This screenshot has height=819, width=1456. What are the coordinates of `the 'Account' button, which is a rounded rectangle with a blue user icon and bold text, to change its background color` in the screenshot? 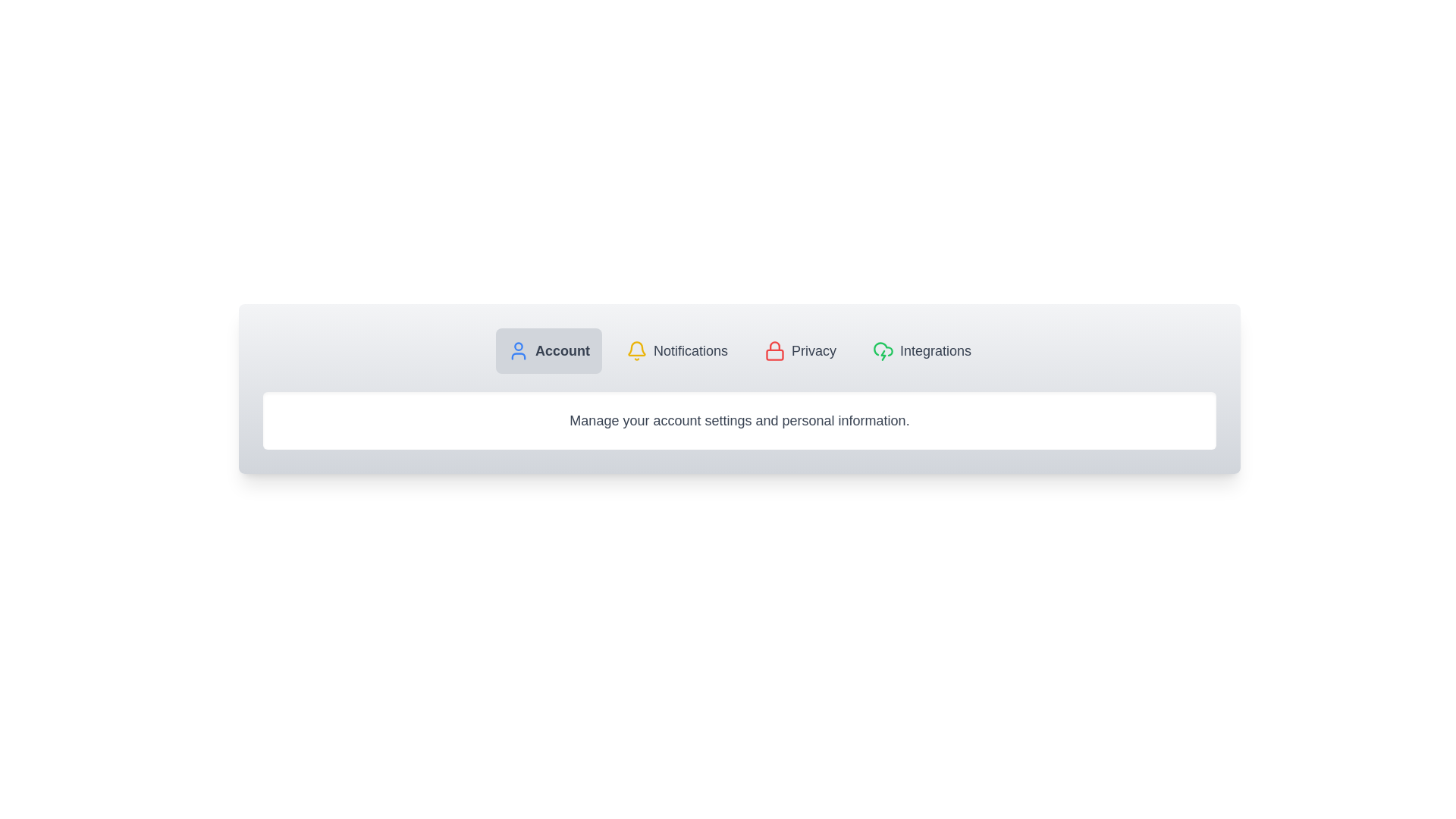 It's located at (548, 350).